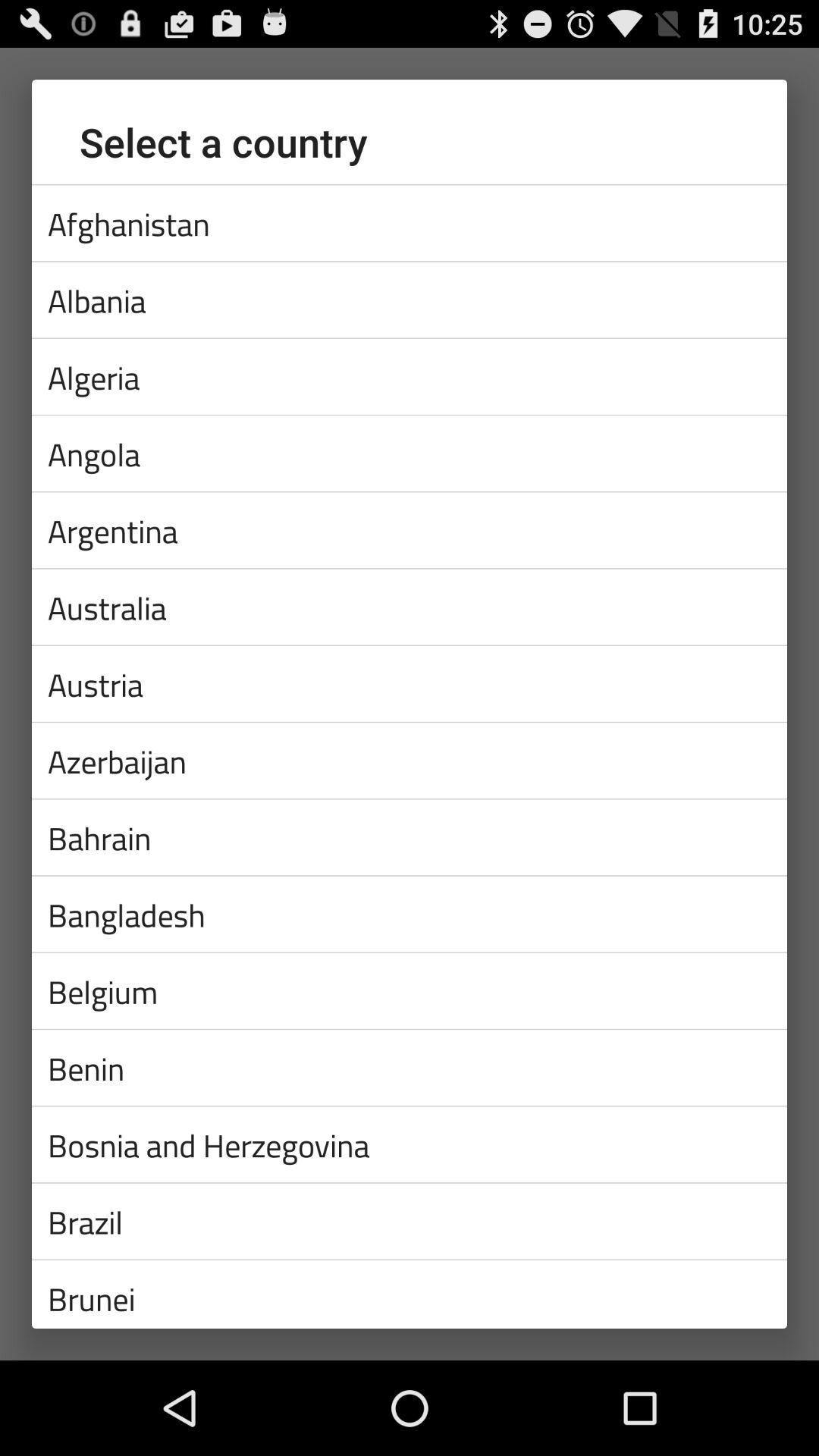 This screenshot has width=819, height=1456. Describe the element at coordinates (409, 1221) in the screenshot. I see `brazil` at that location.